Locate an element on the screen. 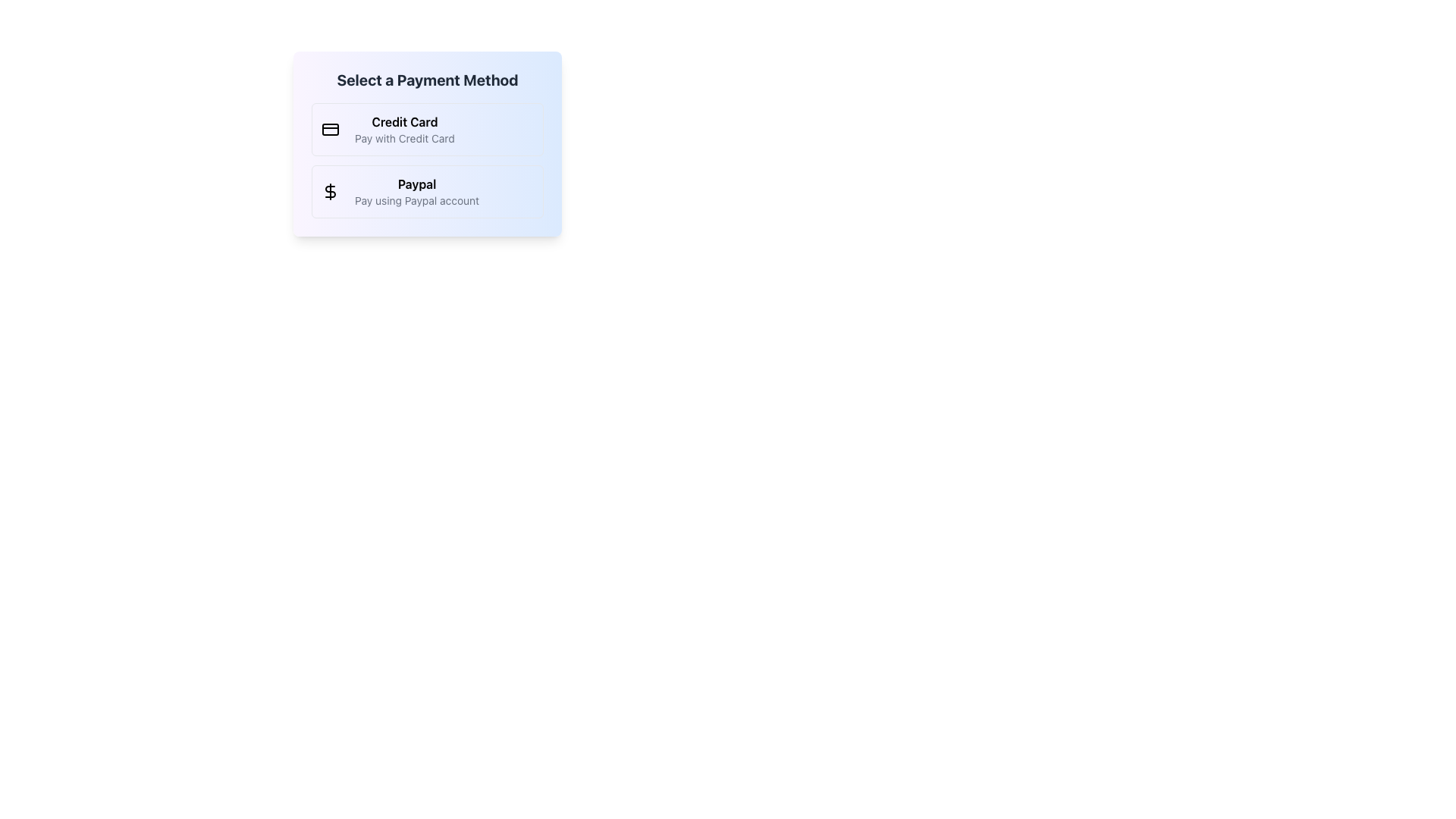 The width and height of the screenshot is (1456, 819). the text label that says 'Pay using Paypal account', which is styled in gray and positioned below the bolded 'Paypal' text is located at coordinates (417, 200).